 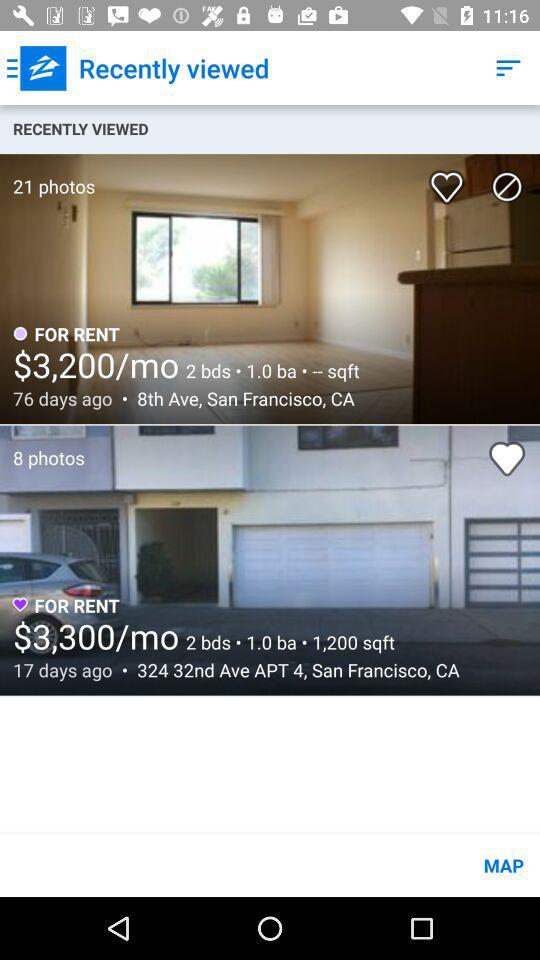 I want to click on the item above the recently viewed item, so click(x=508, y=68).